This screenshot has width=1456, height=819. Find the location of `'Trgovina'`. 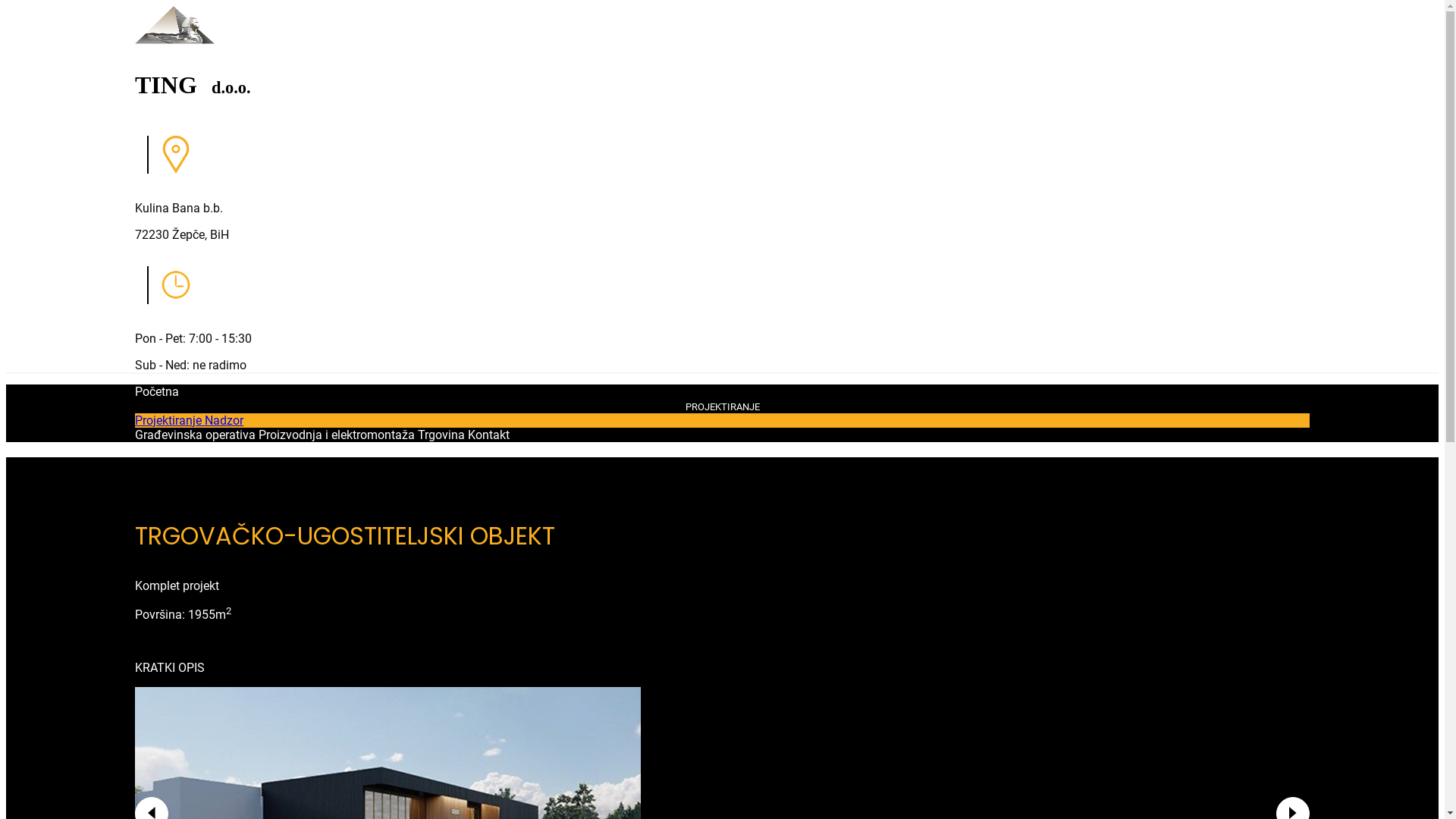

'Trgovina' is located at coordinates (418, 435).